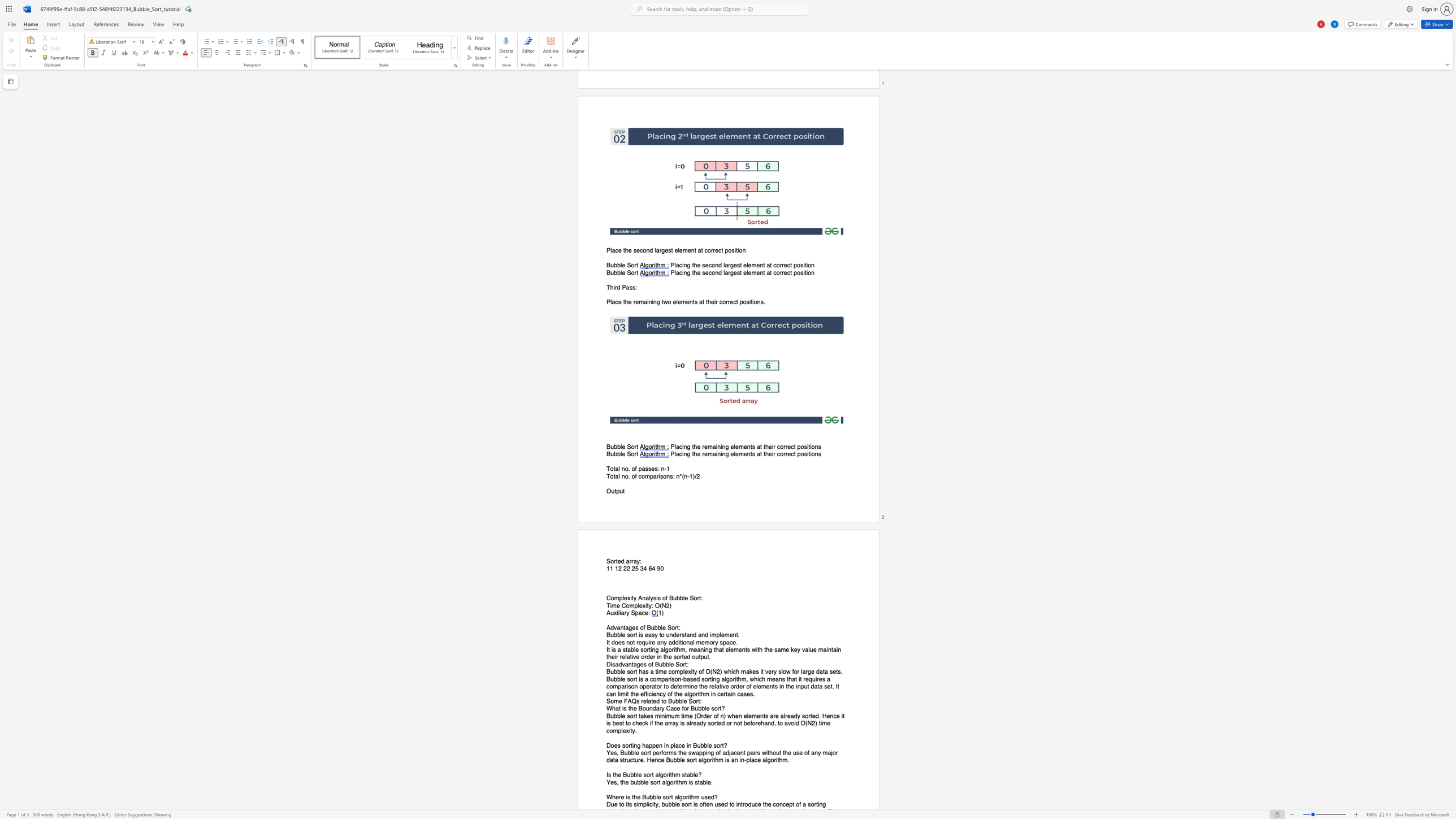 The height and width of the screenshot is (819, 1456). I want to click on the subset text "son-based sorting alg" within the text "Bubble sort is a comparison-based sorting algorithm, which means that it requires a comparison operator to", so click(671, 679).